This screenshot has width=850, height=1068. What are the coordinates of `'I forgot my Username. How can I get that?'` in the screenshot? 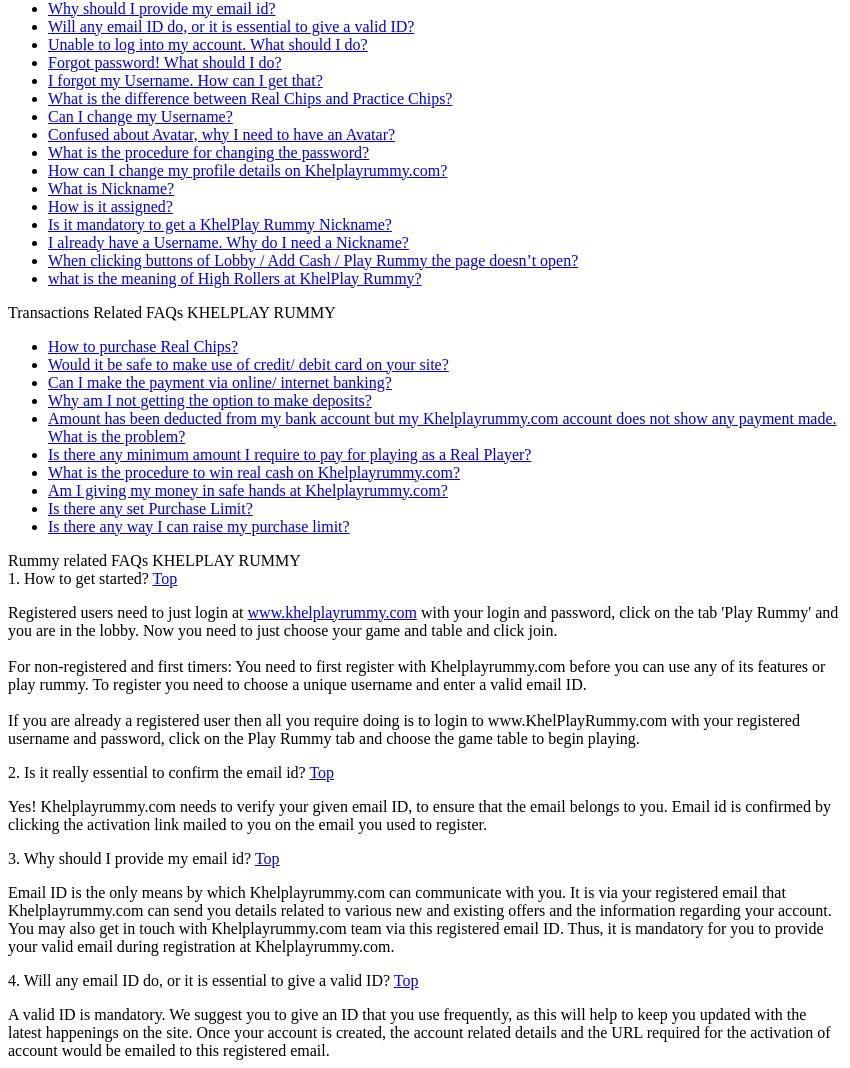 It's located at (183, 78).